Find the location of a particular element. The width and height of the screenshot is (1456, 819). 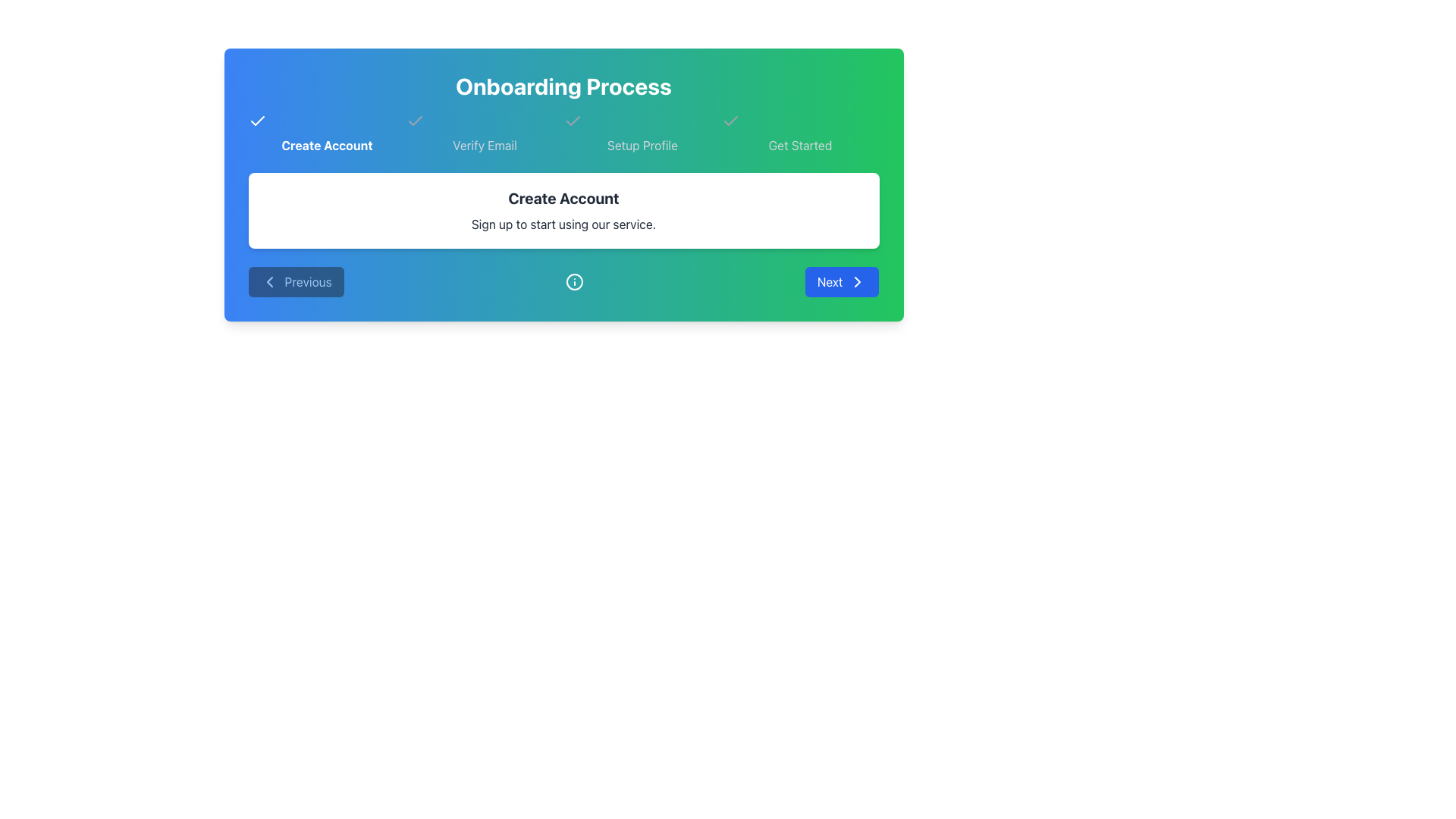

'Get Started' step indicator text label, which is the final stage in the onboarding process, located at the top-right of the green gradient section is located at coordinates (799, 146).